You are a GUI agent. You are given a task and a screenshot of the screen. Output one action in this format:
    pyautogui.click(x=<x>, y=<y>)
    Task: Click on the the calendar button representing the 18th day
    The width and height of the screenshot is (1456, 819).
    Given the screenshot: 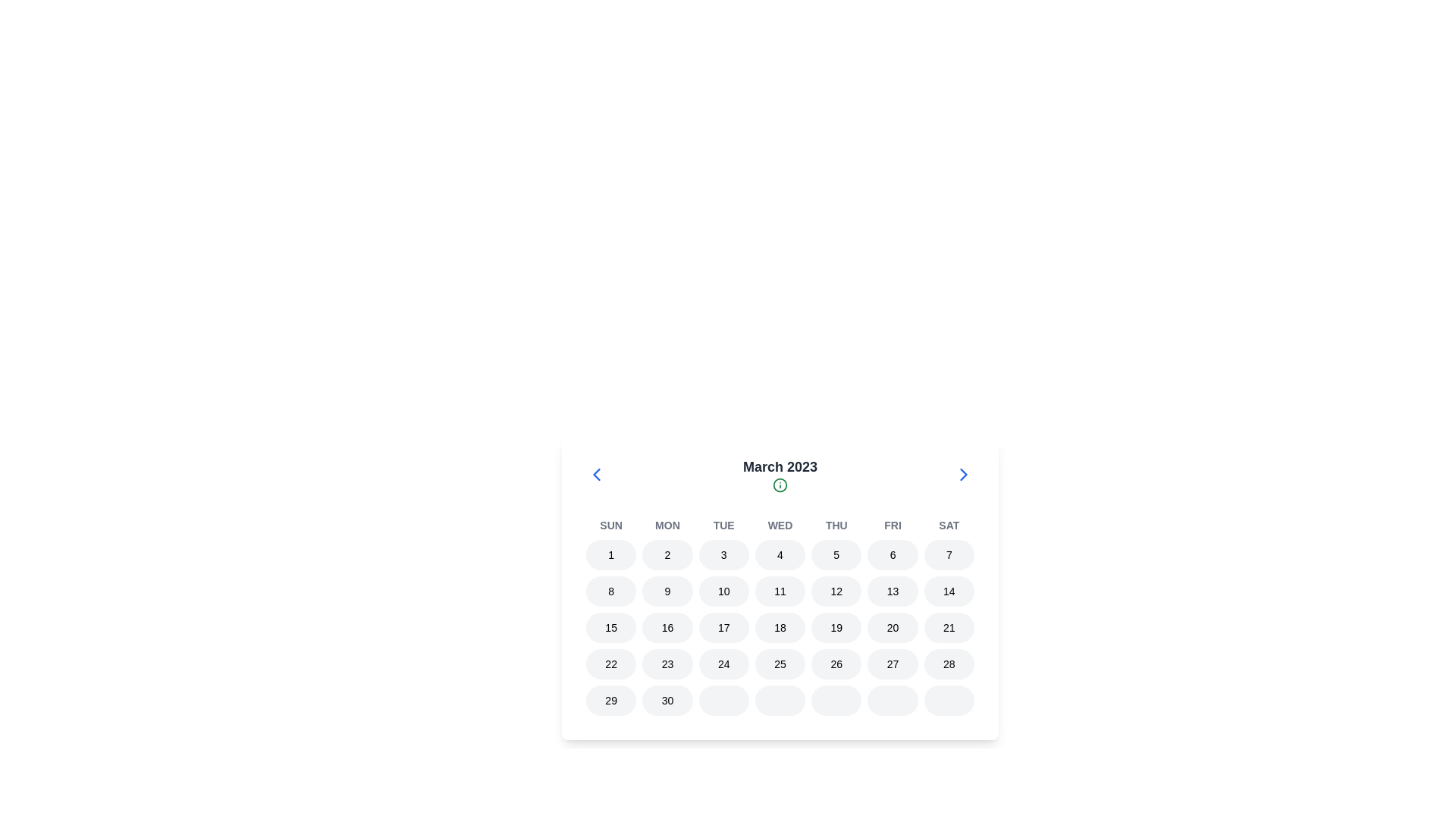 What is the action you would take?
    pyautogui.click(x=780, y=628)
    